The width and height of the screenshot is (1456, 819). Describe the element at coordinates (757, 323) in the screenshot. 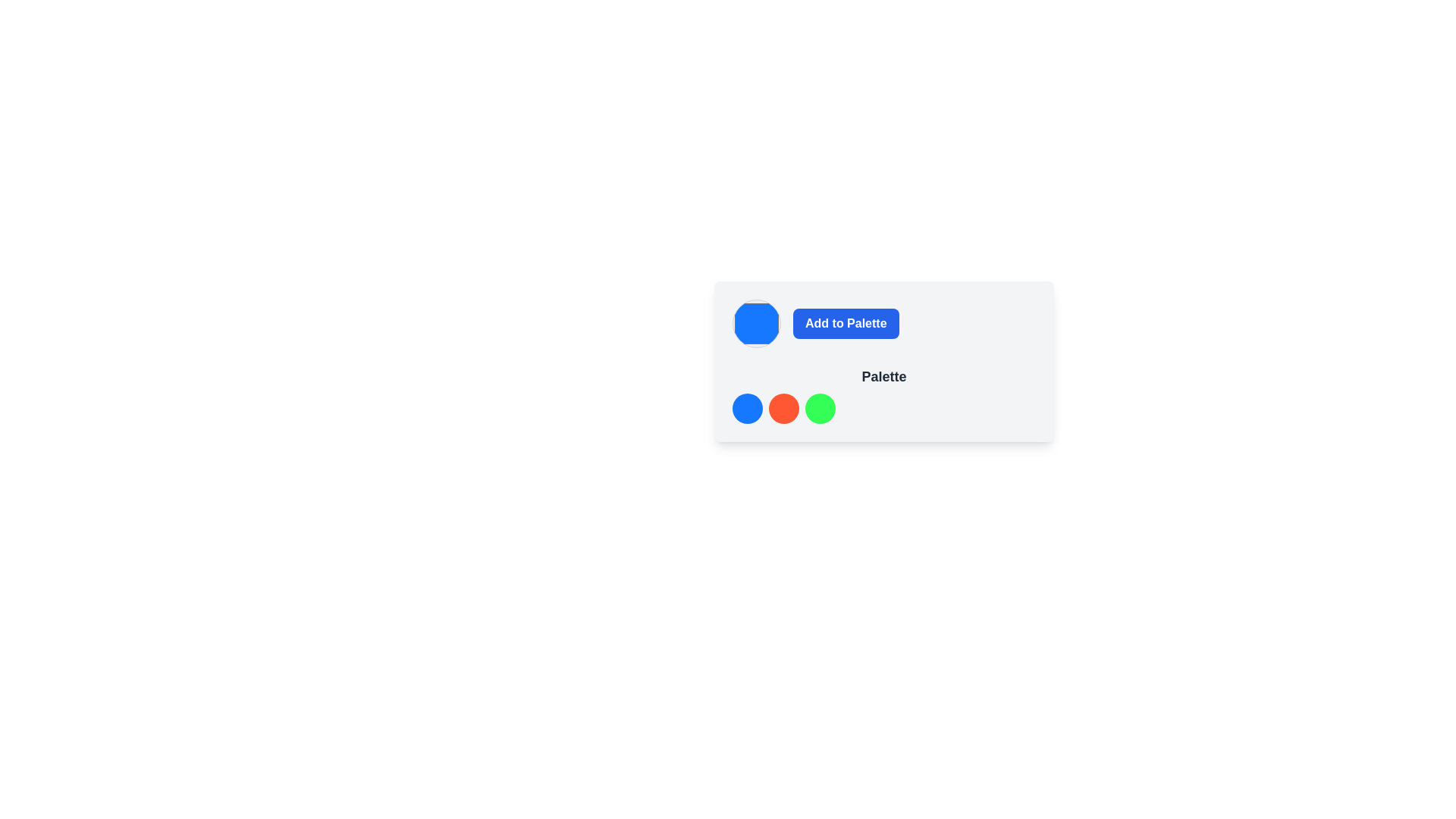

I see `the circular blue color selection button with a gray border located at the leftmost position in a horizontal group of buttons` at that location.